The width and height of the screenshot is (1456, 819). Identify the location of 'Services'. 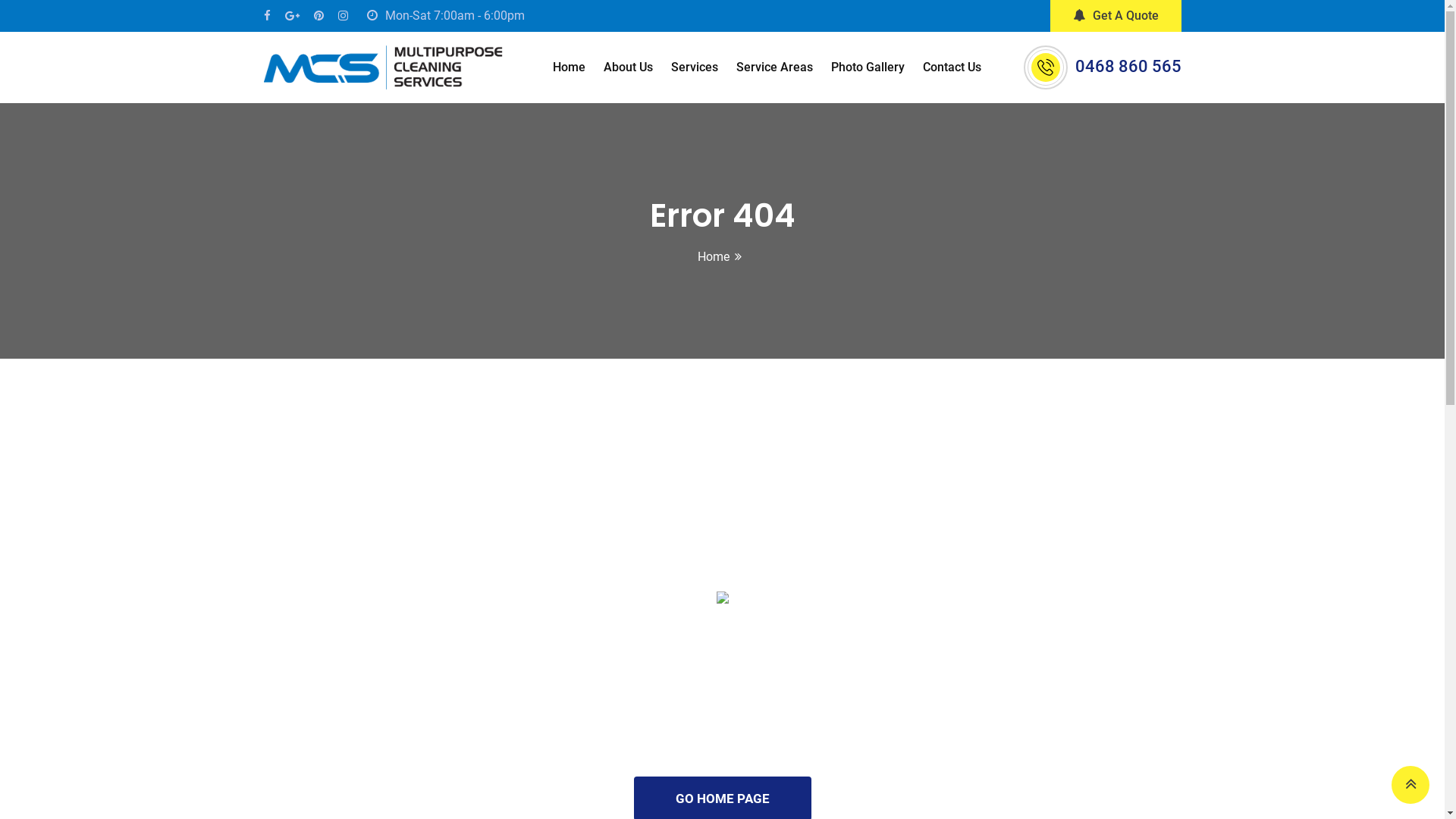
(694, 66).